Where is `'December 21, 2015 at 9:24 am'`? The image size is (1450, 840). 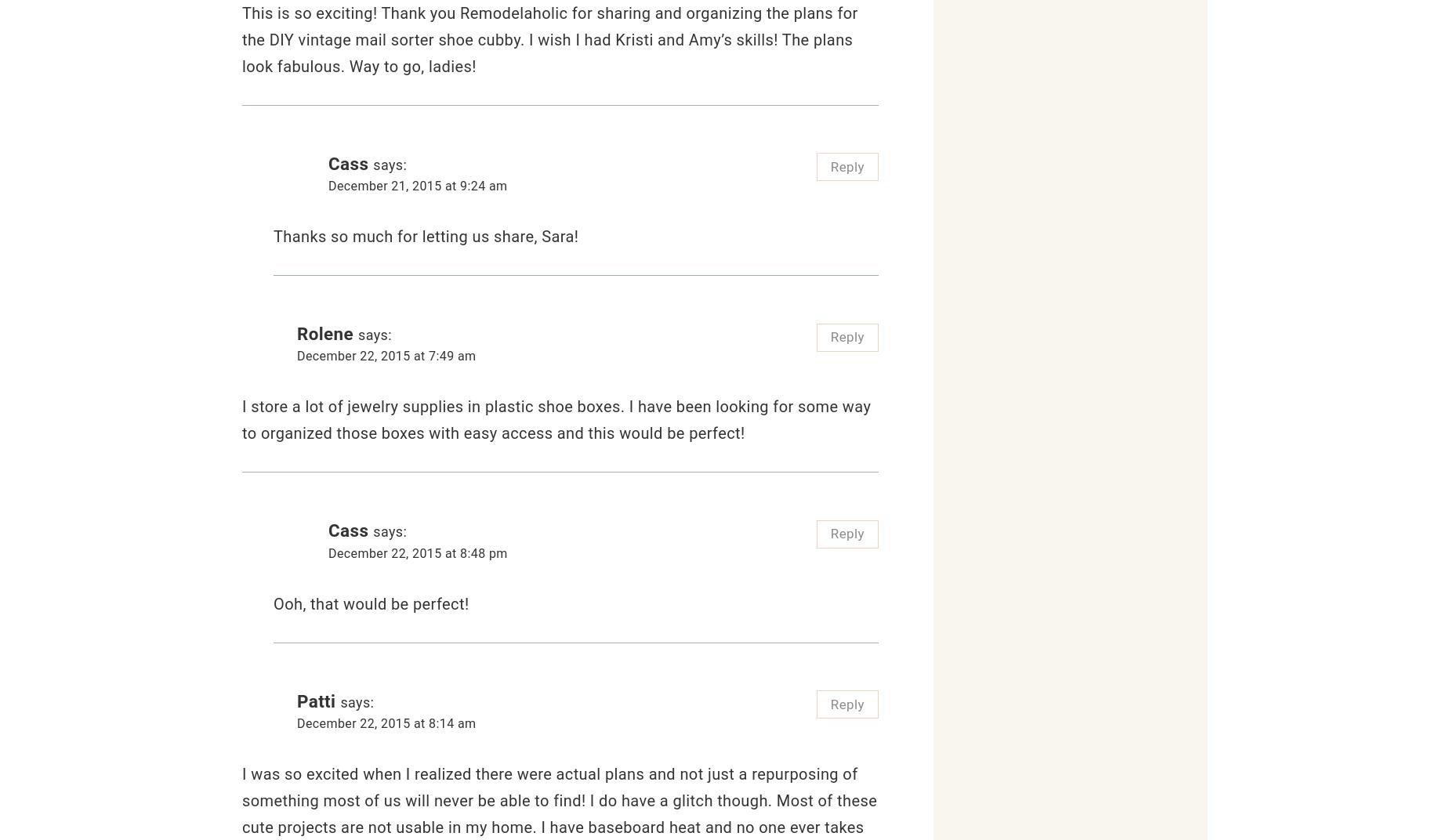
'December 21, 2015 at 9:24 am' is located at coordinates (417, 185).